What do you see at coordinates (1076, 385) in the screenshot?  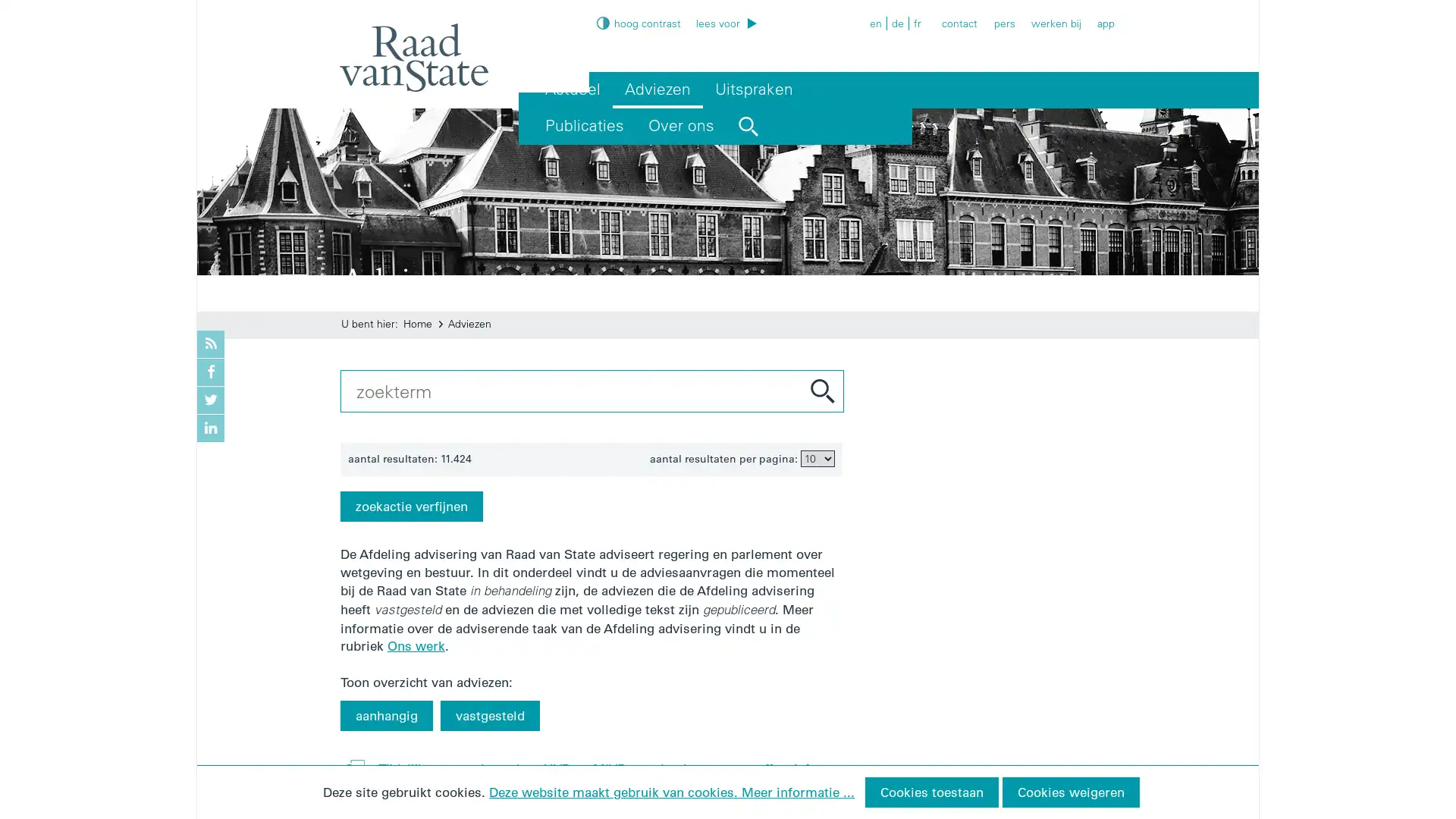 I see `wis selectie` at bounding box center [1076, 385].